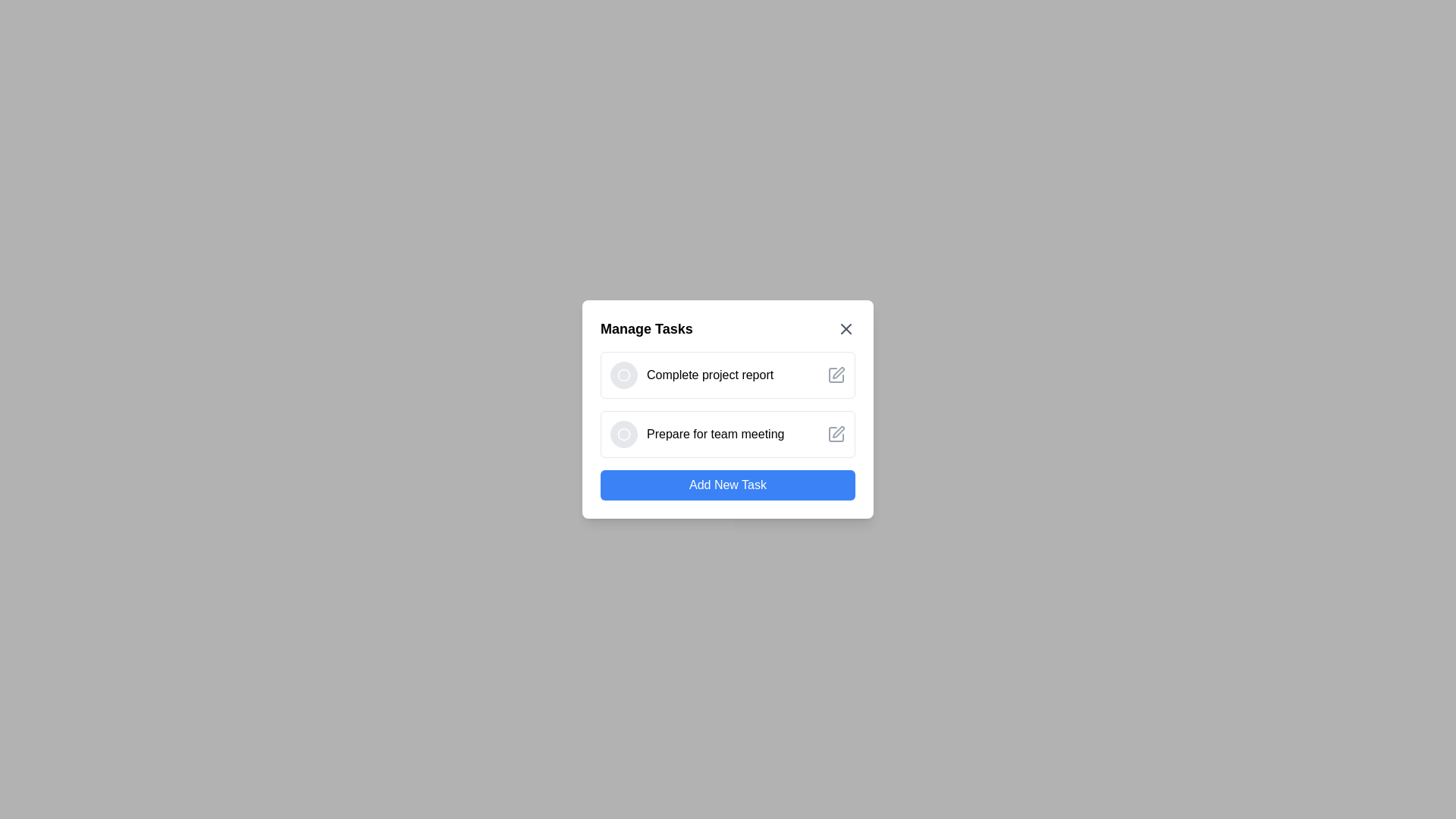 This screenshot has width=1456, height=819. I want to click on the close button of the Task Manager Dialog, so click(846, 328).